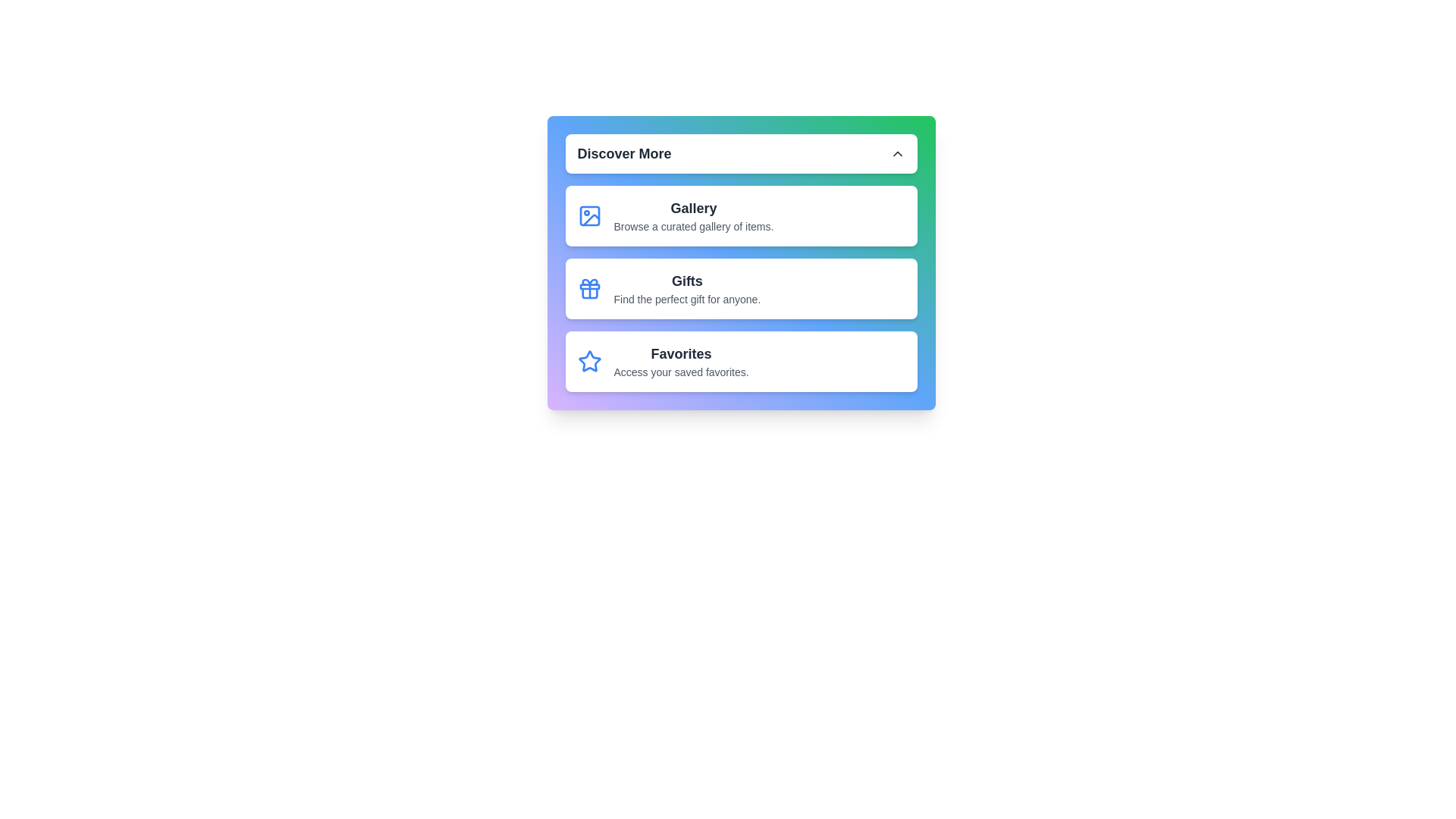 Image resolution: width=1456 pixels, height=819 pixels. I want to click on the Favorites icon to focus on it, so click(588, 362).